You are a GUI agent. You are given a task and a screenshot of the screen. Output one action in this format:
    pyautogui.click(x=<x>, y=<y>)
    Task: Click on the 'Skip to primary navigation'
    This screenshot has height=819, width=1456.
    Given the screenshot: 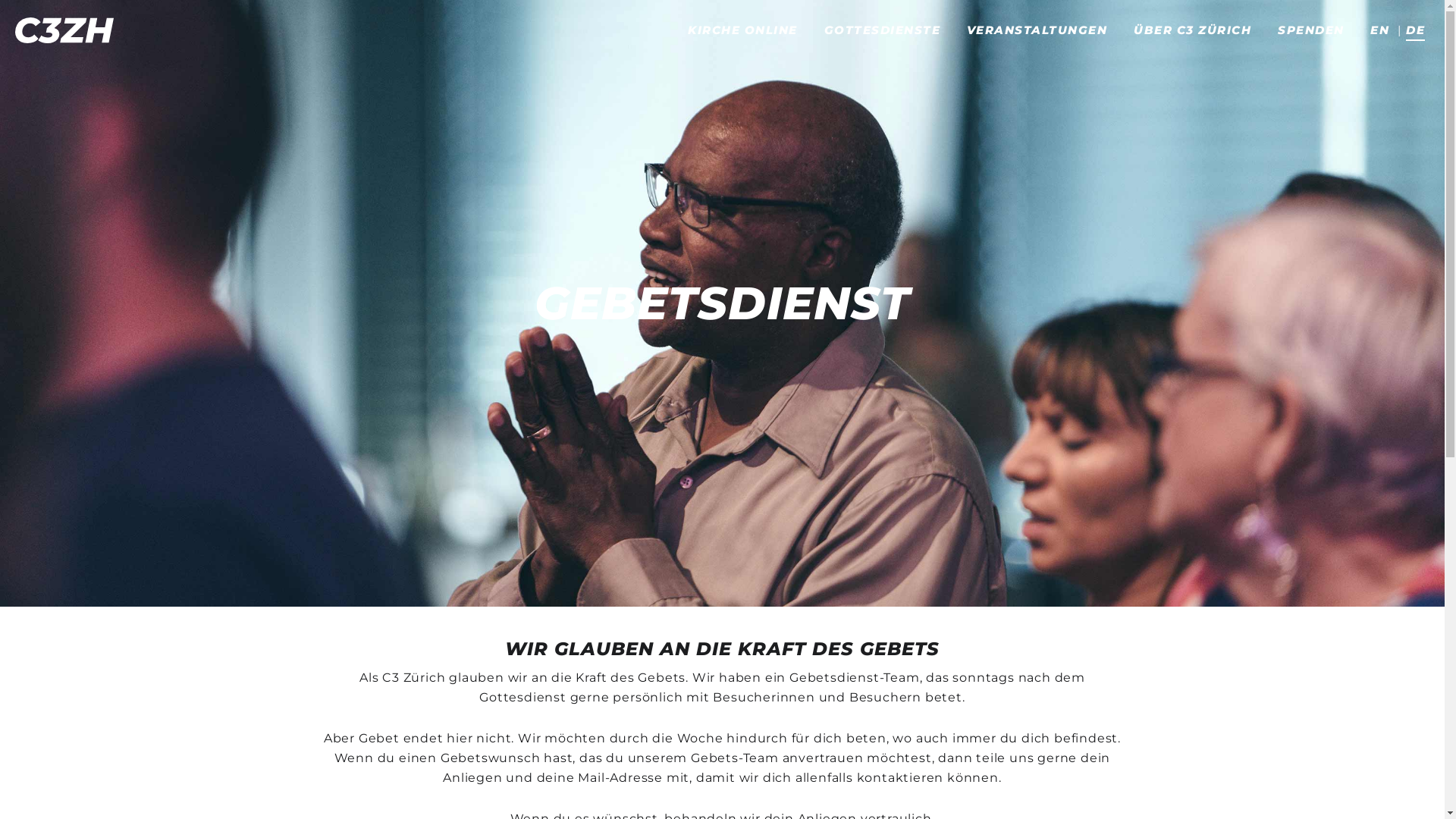 What is the action you would take?
    pyautogui.click(x=0, y=0)
    